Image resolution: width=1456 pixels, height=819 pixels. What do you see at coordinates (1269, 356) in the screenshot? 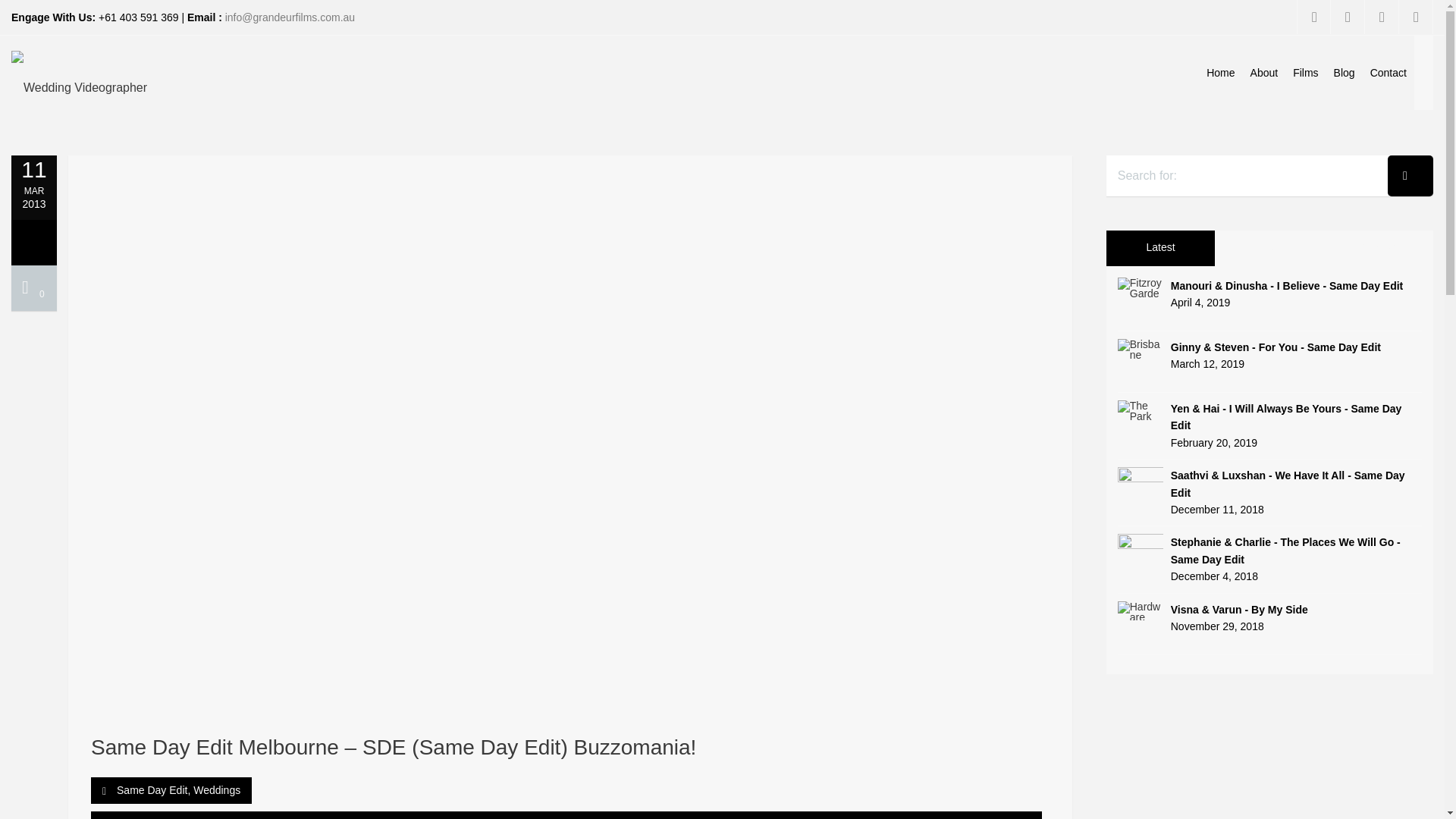
I see `'Ginny & Steven - For You - Same Day Edit` at bounding box center [1269, 356].